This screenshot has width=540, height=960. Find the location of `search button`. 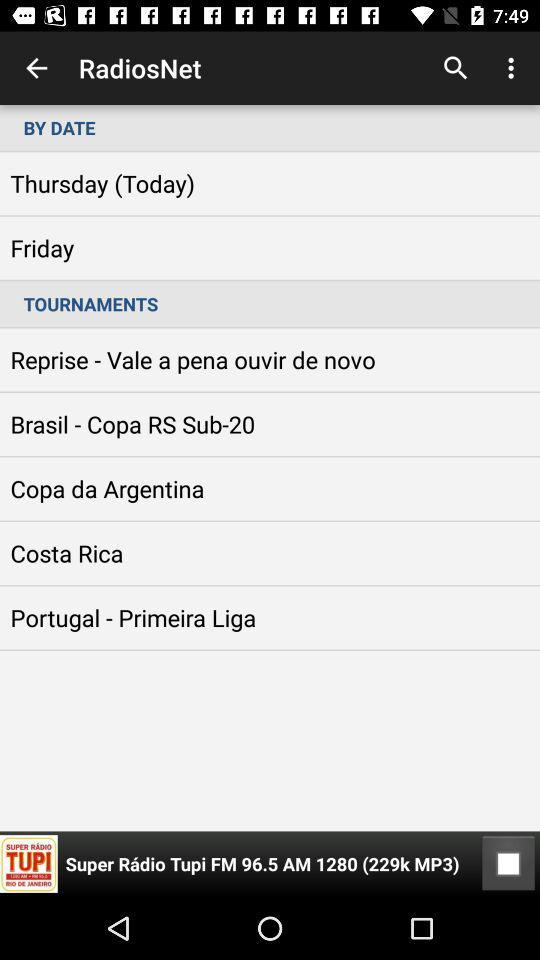

search button is located at coordinates (456, 68).